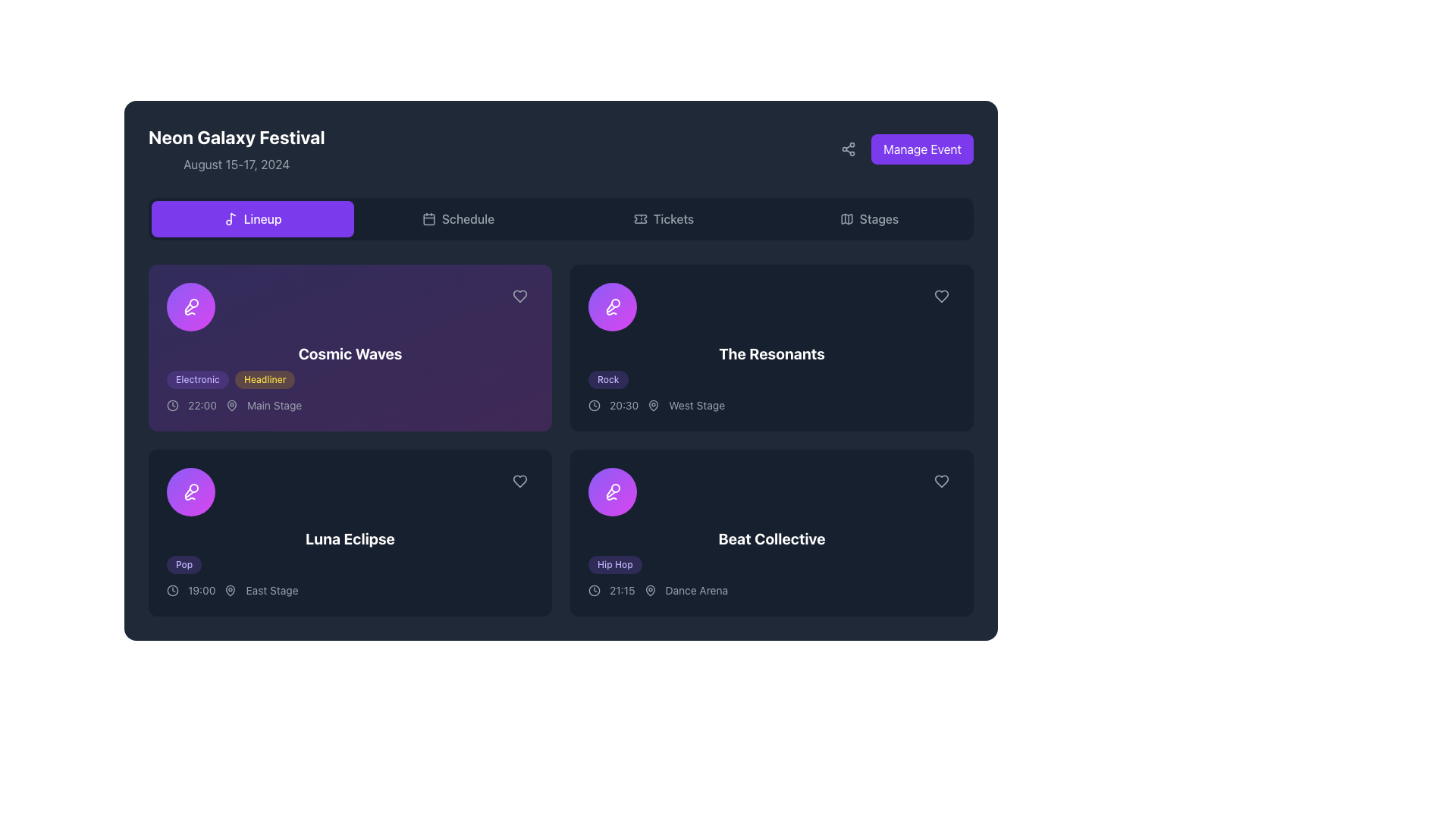 The width and height of the screenshot is (1456, 819). What do you see at coordinates (612, 307) in the screenshot?
I see `the microphone icon embedded in the circular button located on the left side of the 'Cosmic Waves' card` at bounding box center [612, 307].